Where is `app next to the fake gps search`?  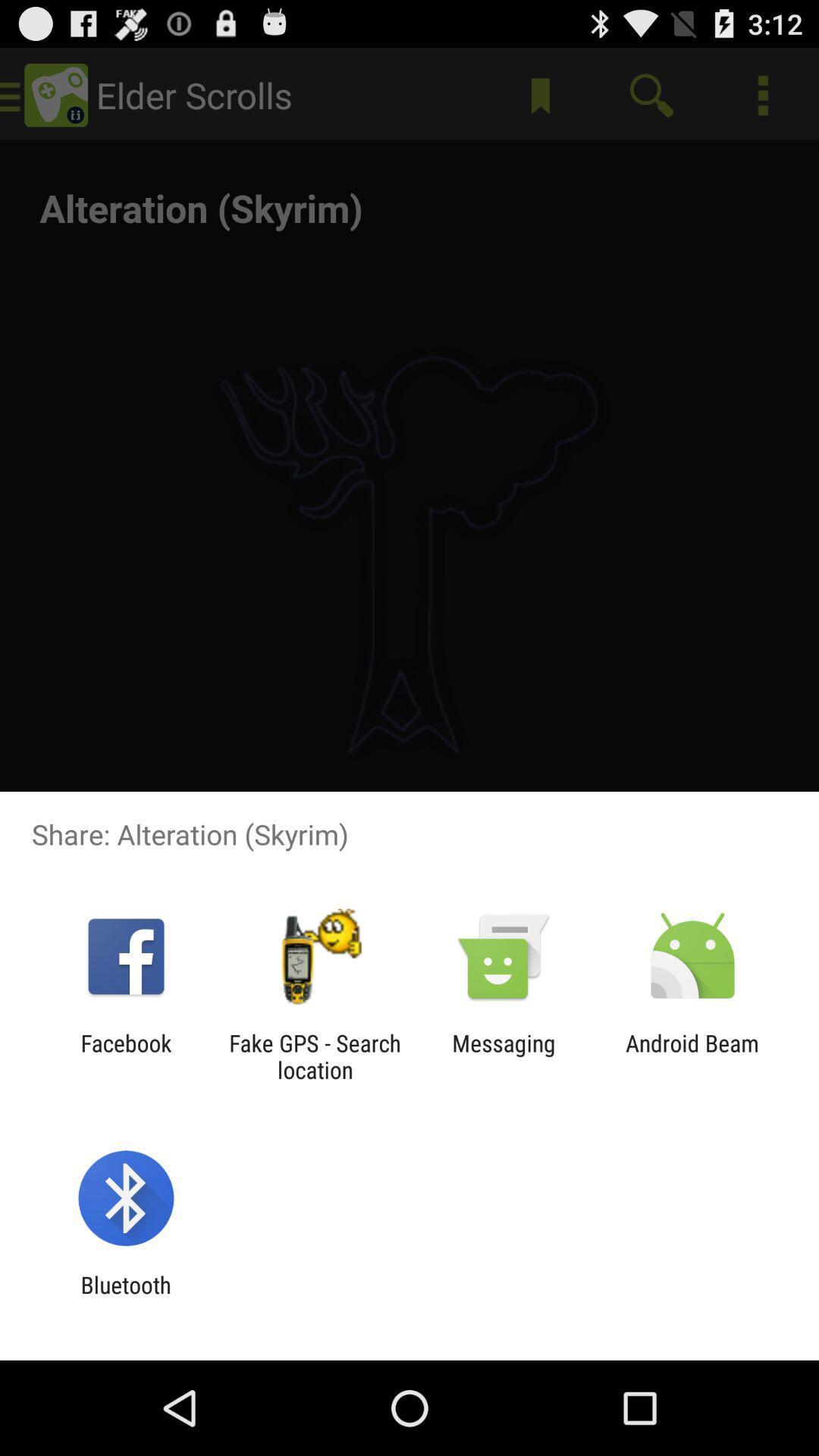
app next to the fake gps search is located at coordinates (125, 1056).